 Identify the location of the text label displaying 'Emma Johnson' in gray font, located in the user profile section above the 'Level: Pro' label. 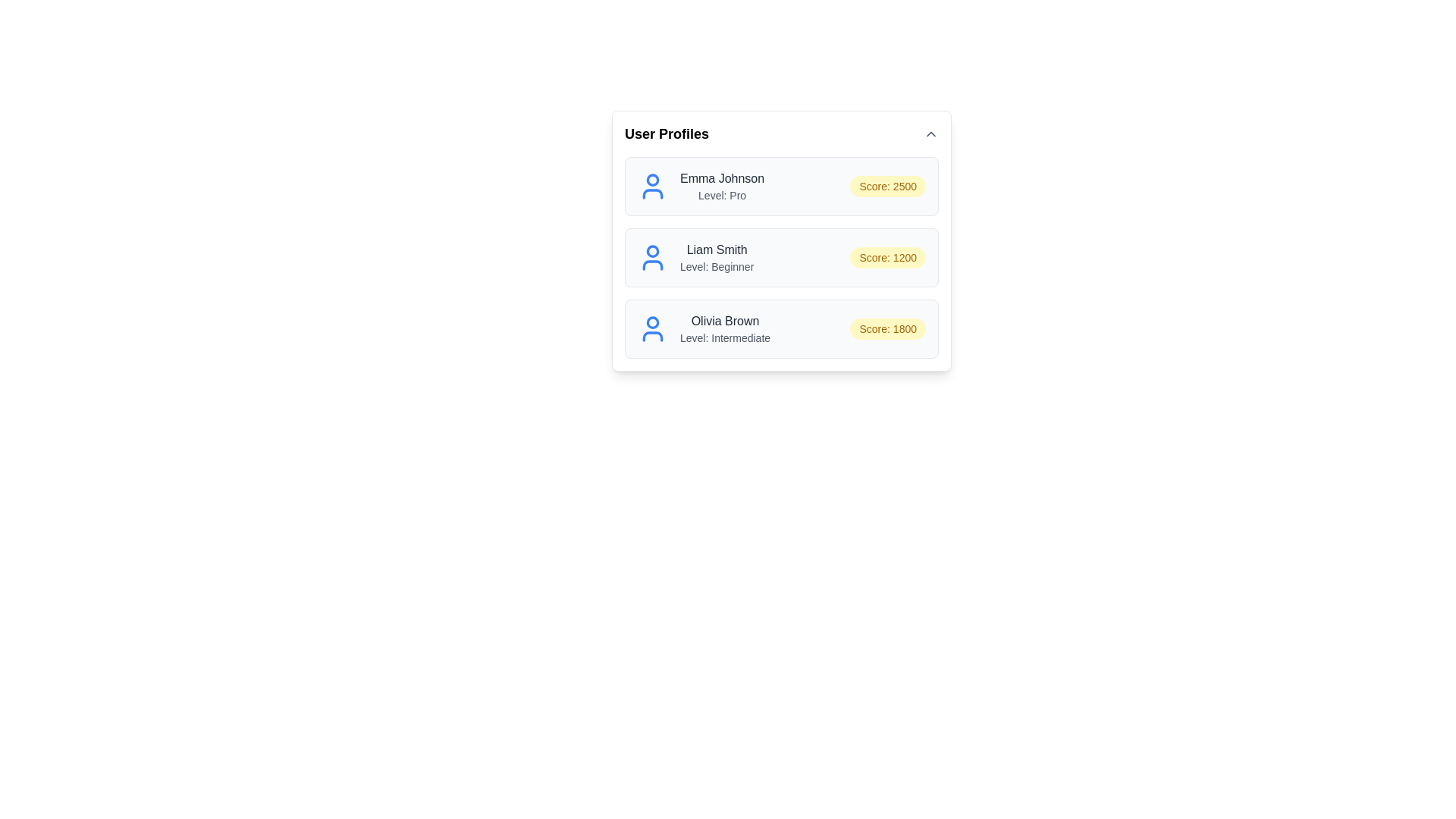
(721, 177).